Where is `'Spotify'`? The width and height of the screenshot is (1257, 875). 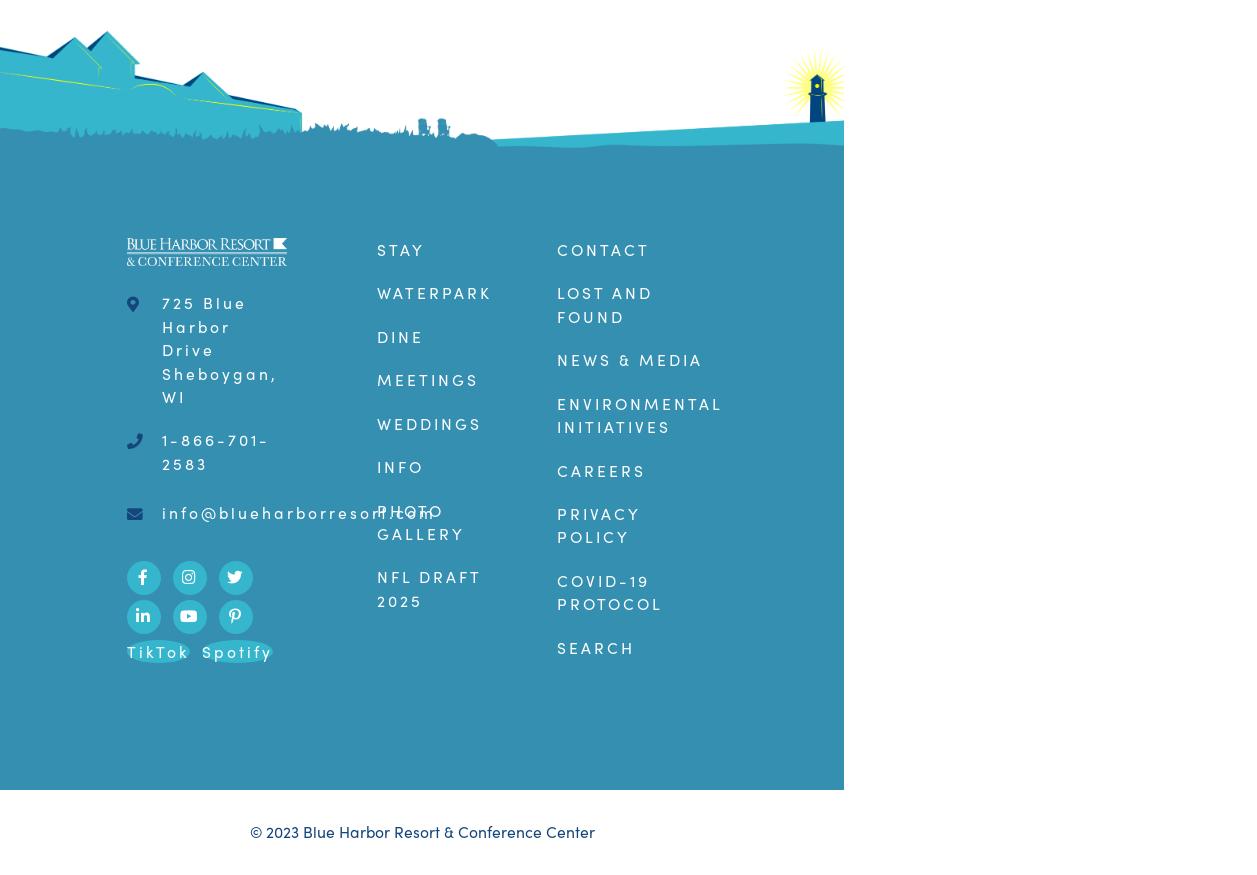
'Spotify' is located at coordinates (236, 649).